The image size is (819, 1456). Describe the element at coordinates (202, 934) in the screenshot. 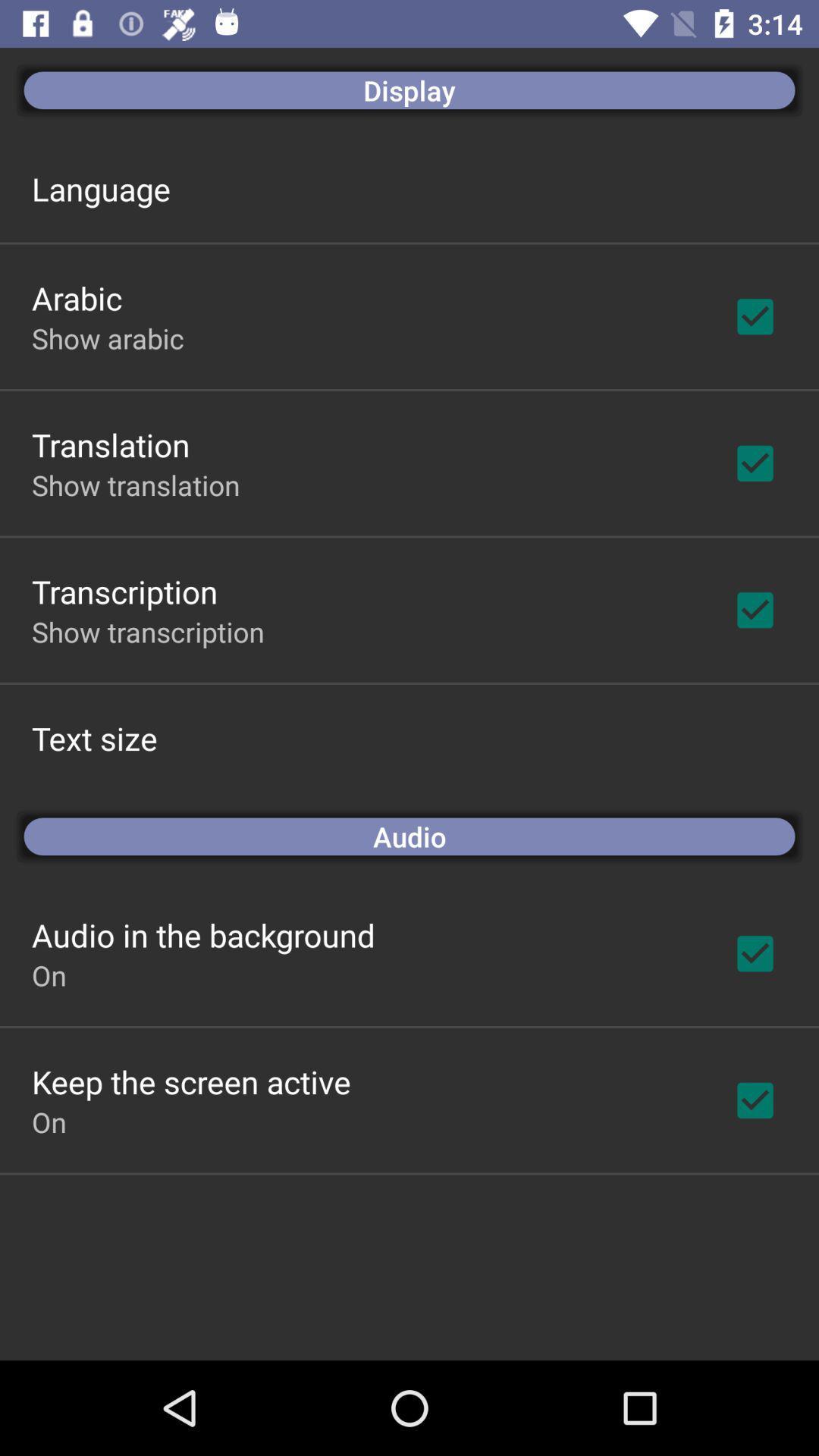

I see `the app below audio app` at that location.